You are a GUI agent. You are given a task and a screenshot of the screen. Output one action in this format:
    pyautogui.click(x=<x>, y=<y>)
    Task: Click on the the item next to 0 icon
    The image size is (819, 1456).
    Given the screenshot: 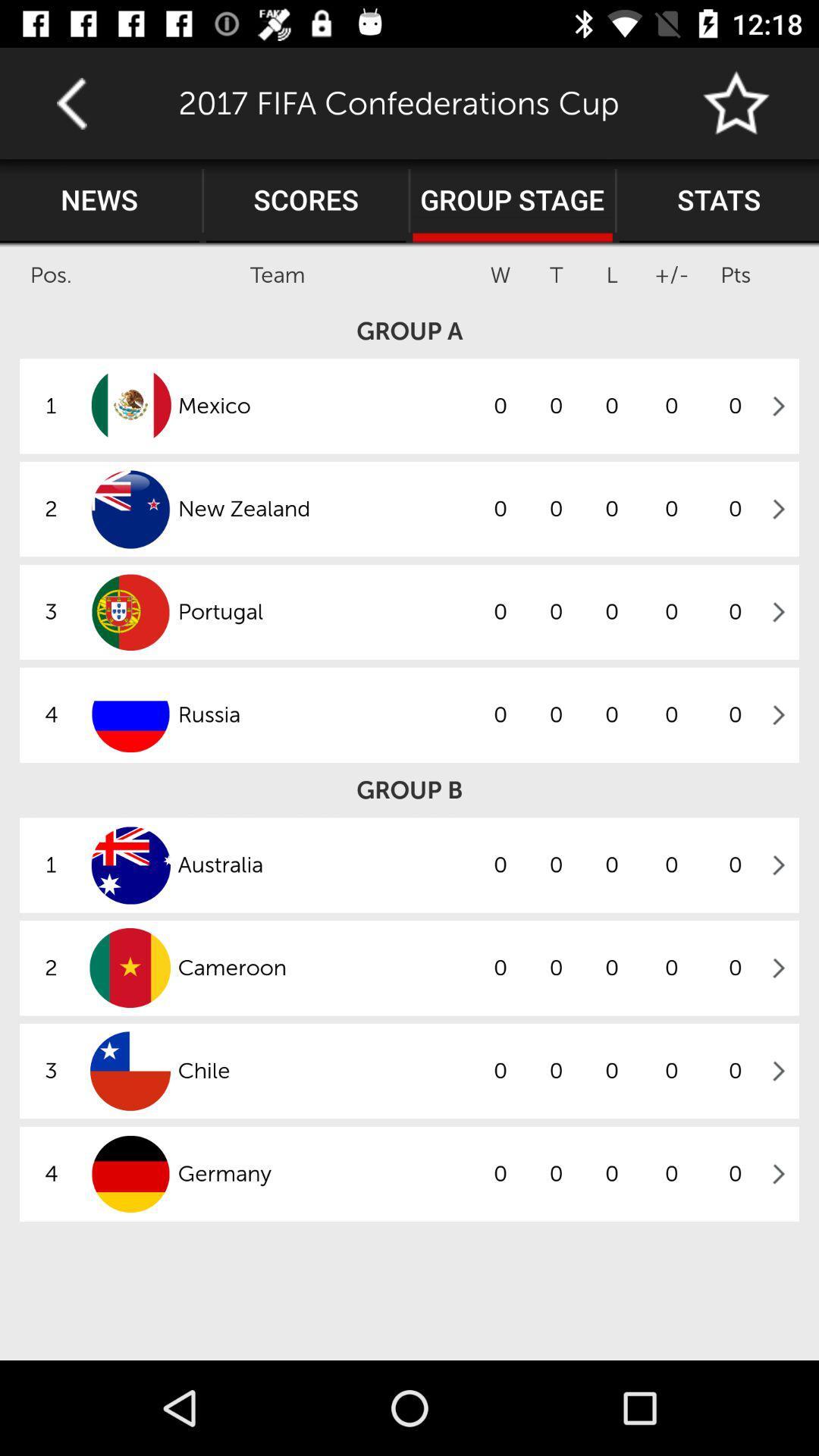 What is the action you would take?
    pyautogui.click(x=324, y=1070)
    